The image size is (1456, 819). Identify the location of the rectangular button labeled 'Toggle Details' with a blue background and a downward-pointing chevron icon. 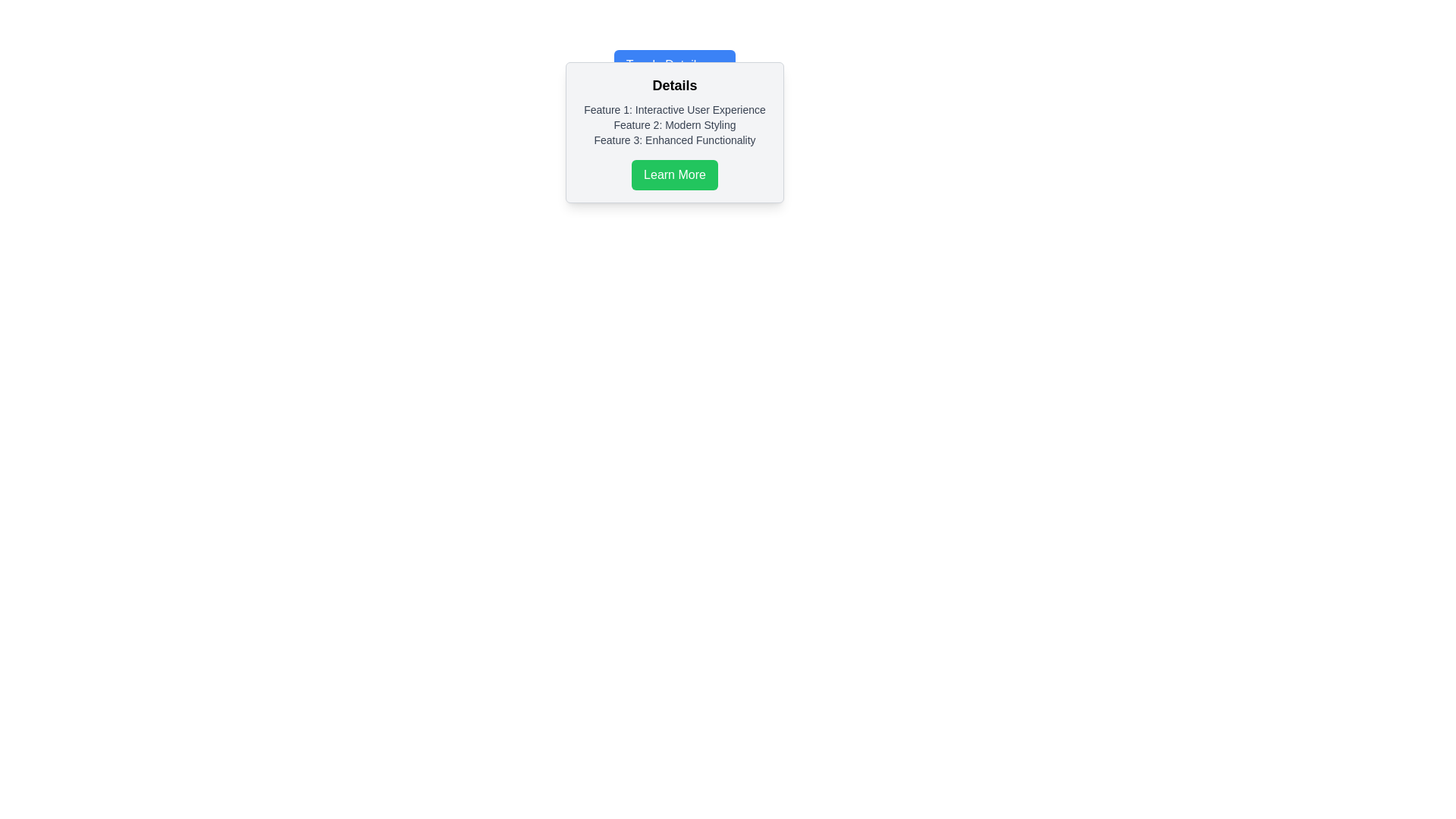
(673, 64).